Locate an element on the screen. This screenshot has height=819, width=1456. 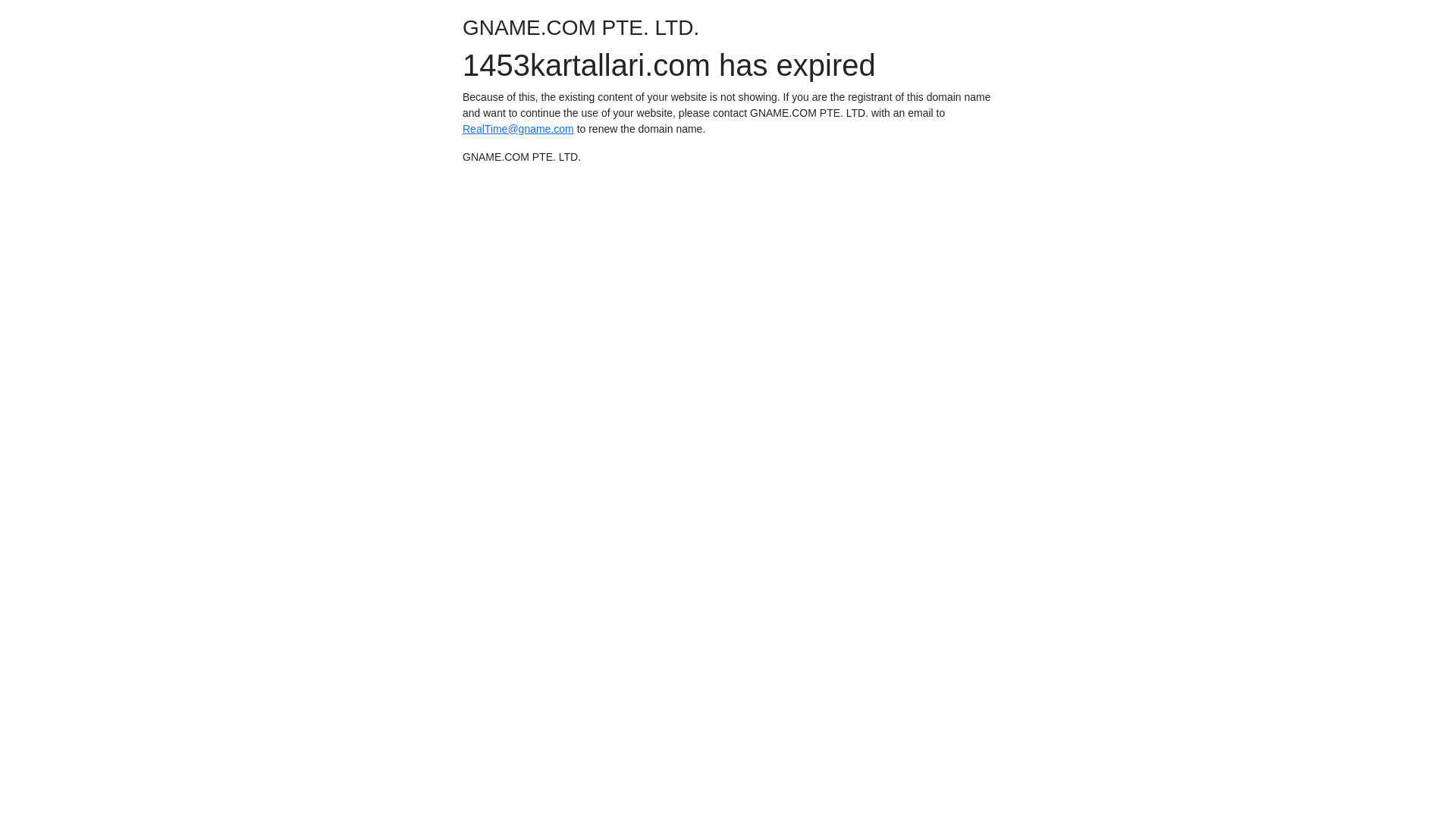
'RealTime@gname.com' is located at coordinates (518, 127).